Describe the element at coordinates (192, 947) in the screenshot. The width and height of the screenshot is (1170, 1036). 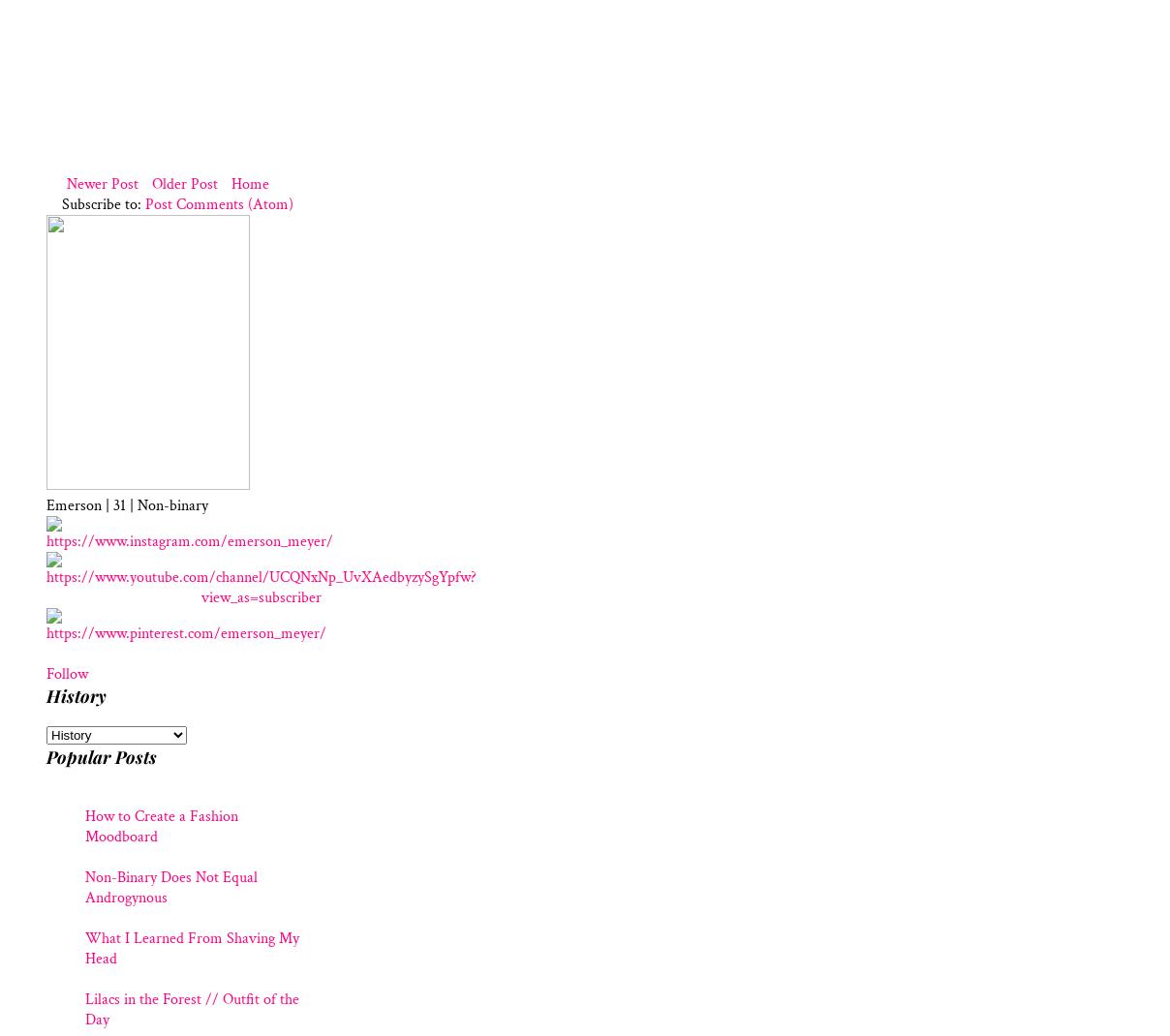
I see `'What I Learned From Shaving My Head'` at that location.